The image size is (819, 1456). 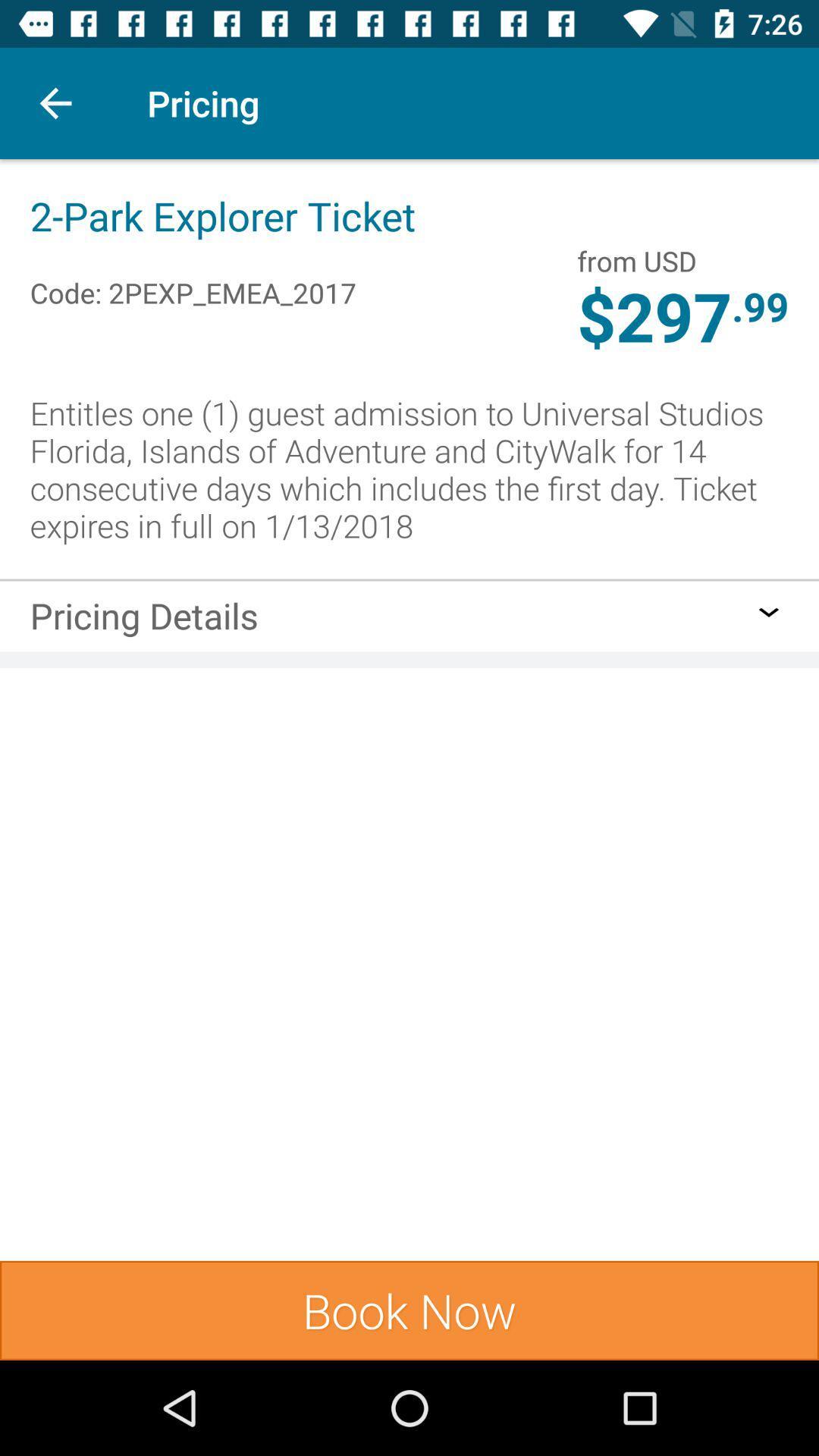 What do you see at coordinates (769, 612) in the screenshot?
I see `open details` at bounding box center [769, 612].